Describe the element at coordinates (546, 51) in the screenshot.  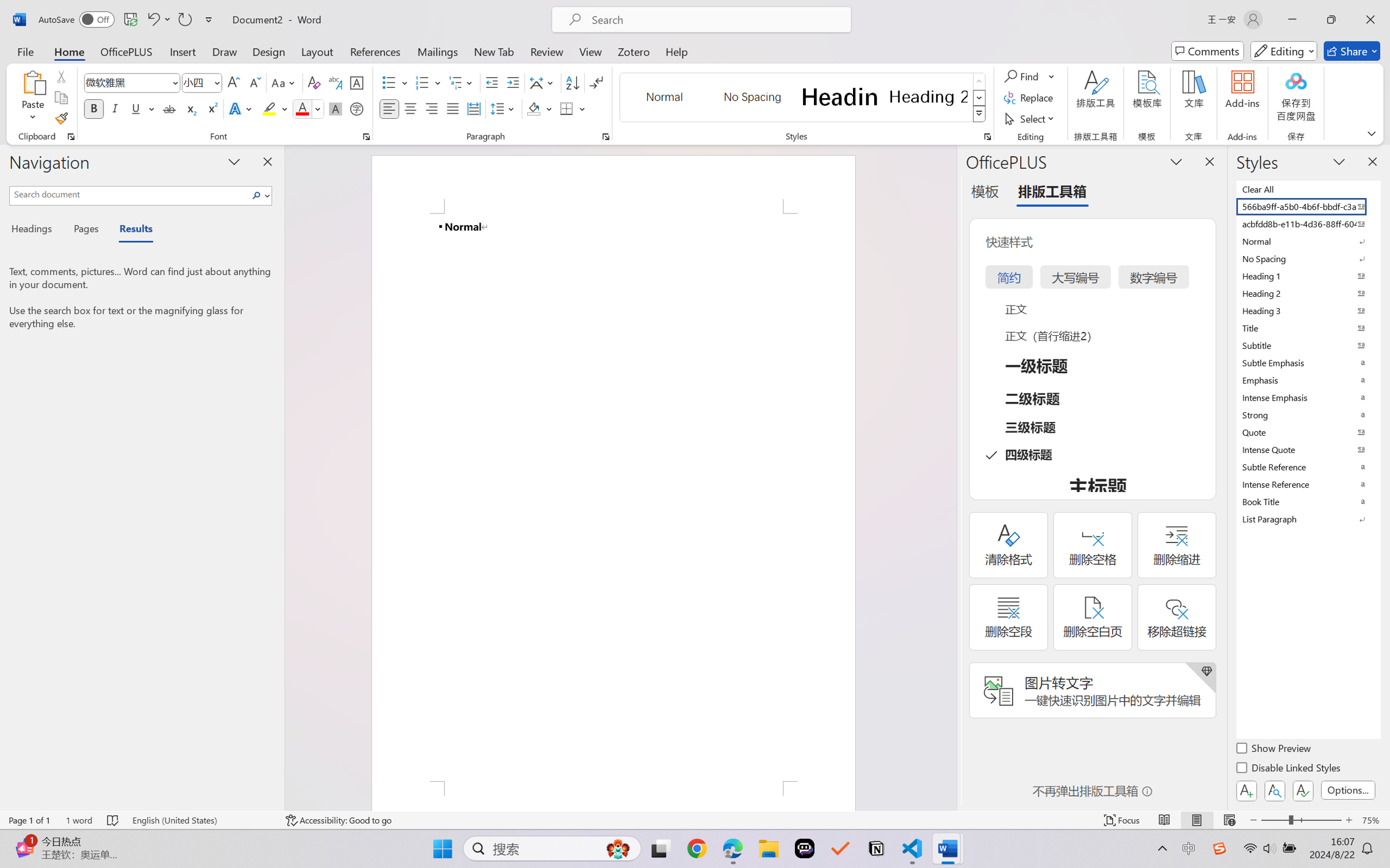
I see `'Review'` at that location.